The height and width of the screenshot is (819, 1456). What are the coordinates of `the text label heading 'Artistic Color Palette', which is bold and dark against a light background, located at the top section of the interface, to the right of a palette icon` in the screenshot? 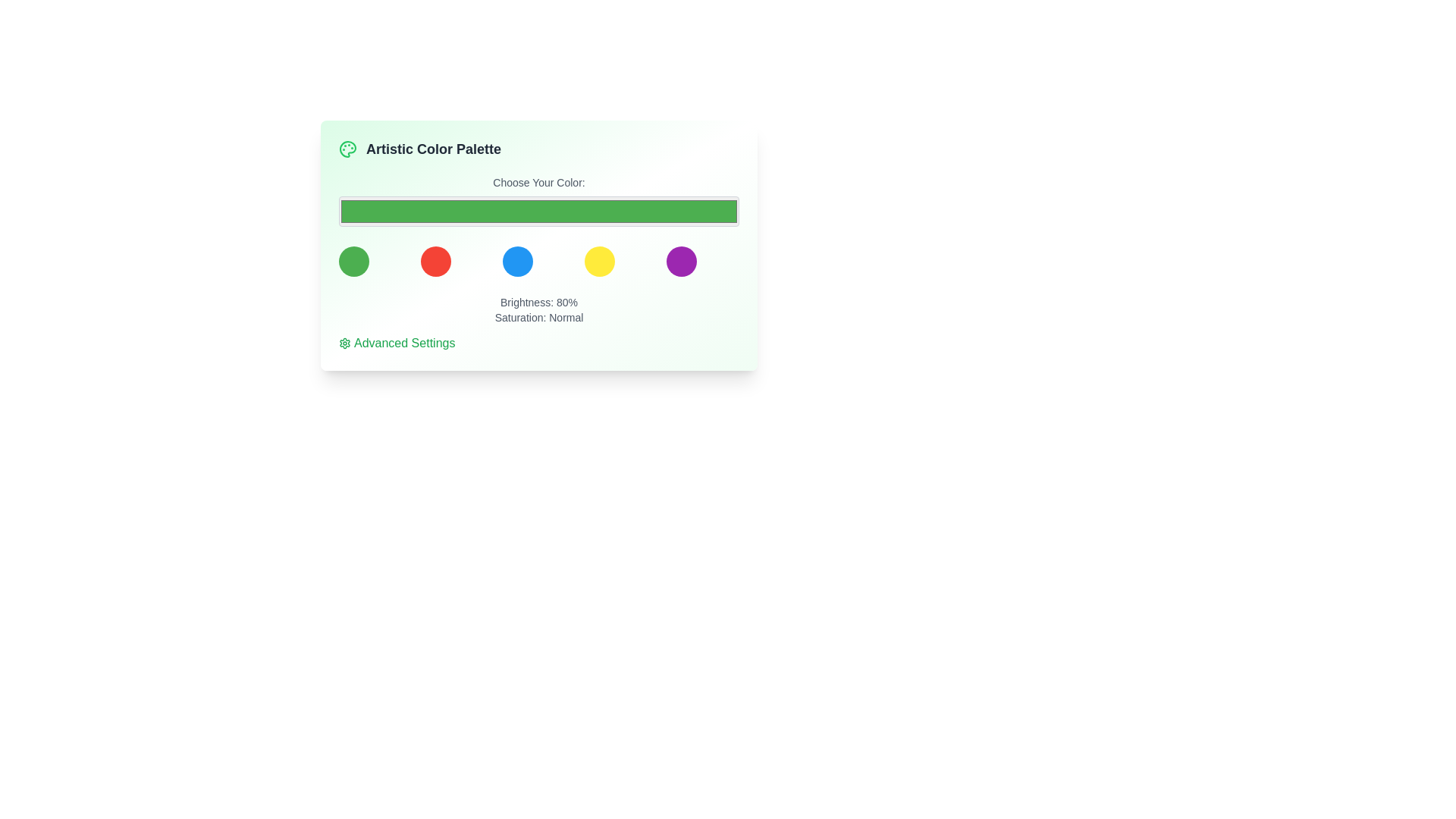 It's located at (432, 149).